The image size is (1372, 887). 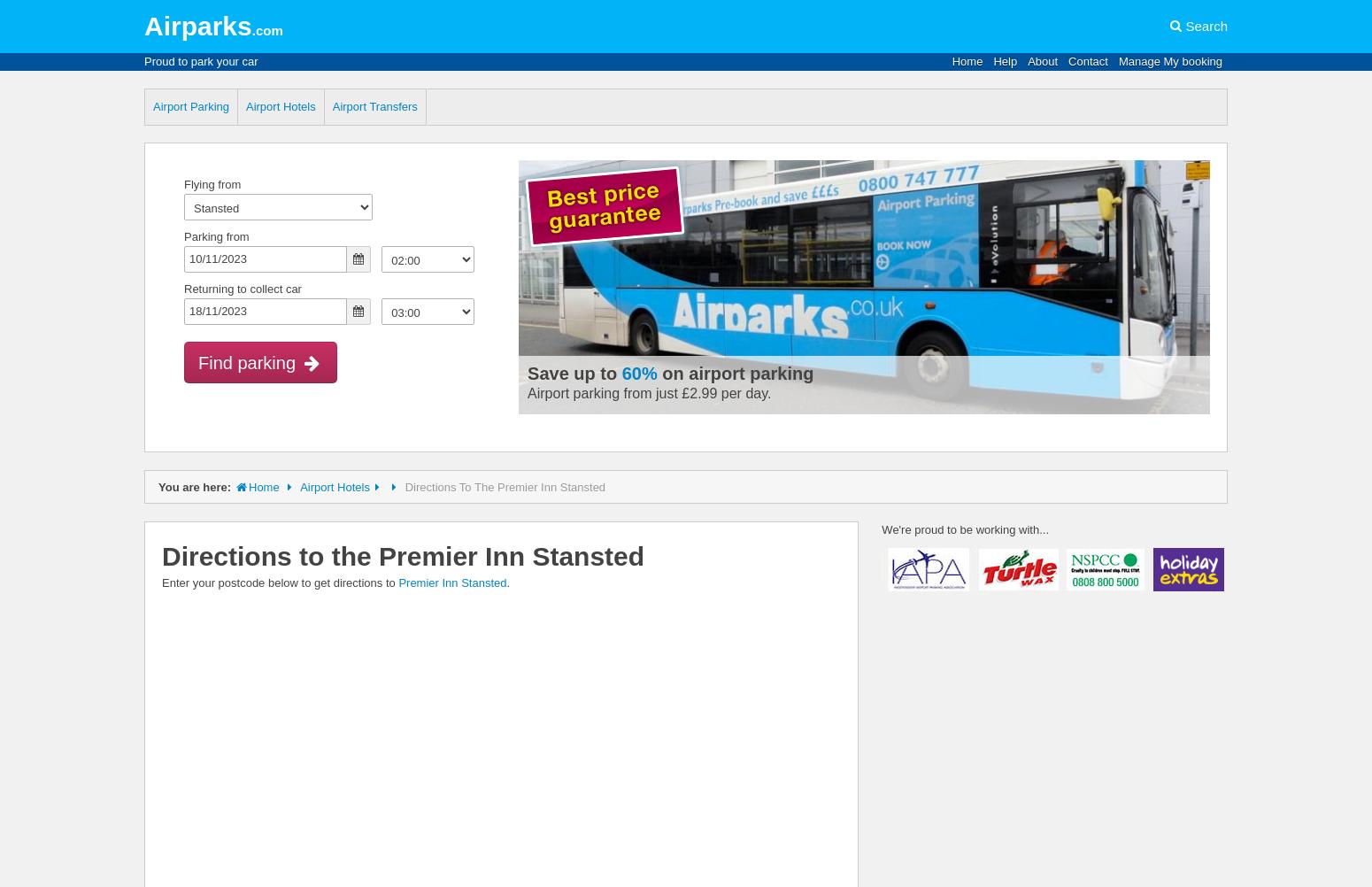 I want to click on 'Returning to collect car', so click(x=183, y=288).